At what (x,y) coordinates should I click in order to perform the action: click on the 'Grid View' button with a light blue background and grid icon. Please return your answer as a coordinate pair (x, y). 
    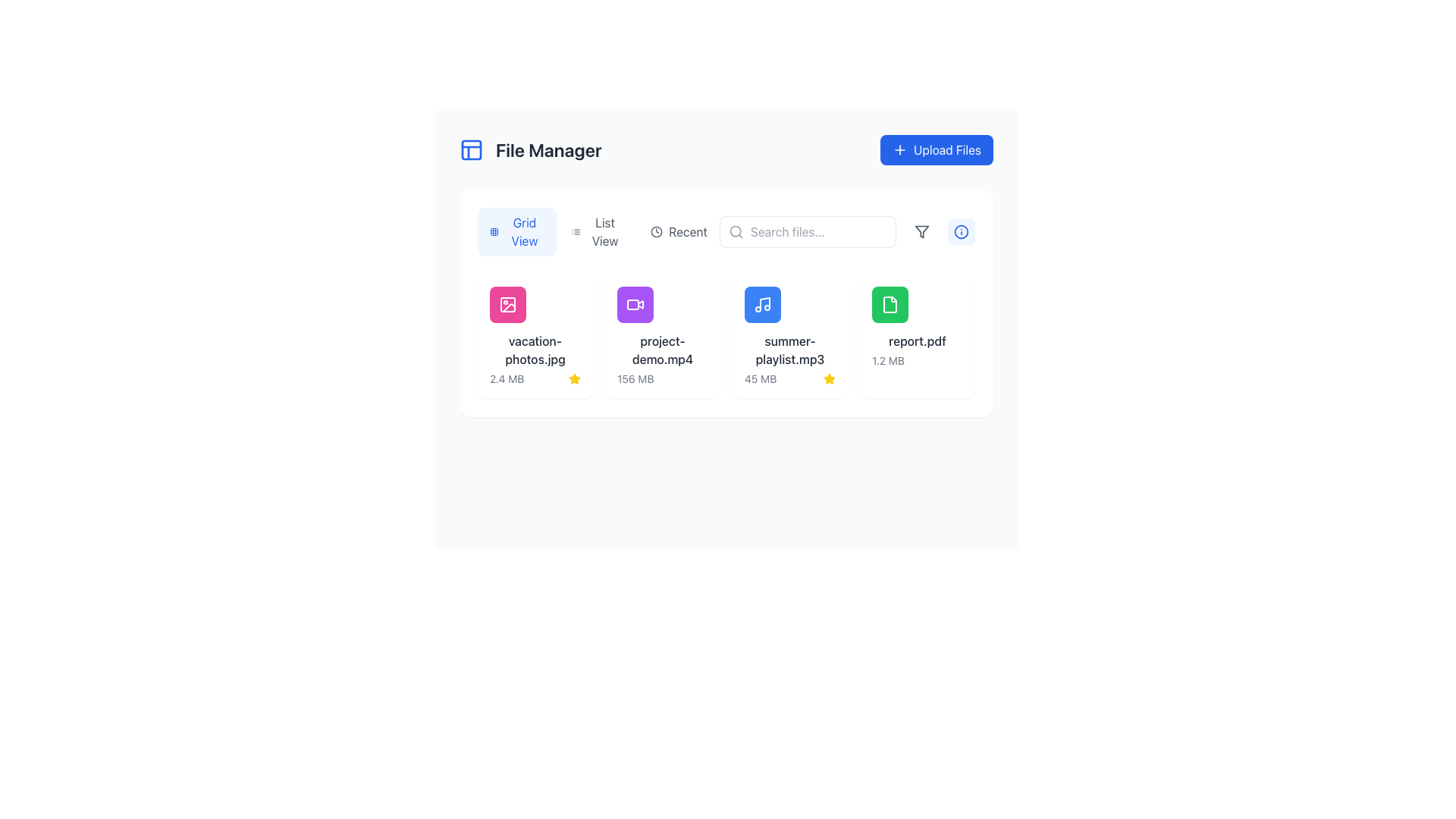
    Looking at the image, I should click on (516, 231).